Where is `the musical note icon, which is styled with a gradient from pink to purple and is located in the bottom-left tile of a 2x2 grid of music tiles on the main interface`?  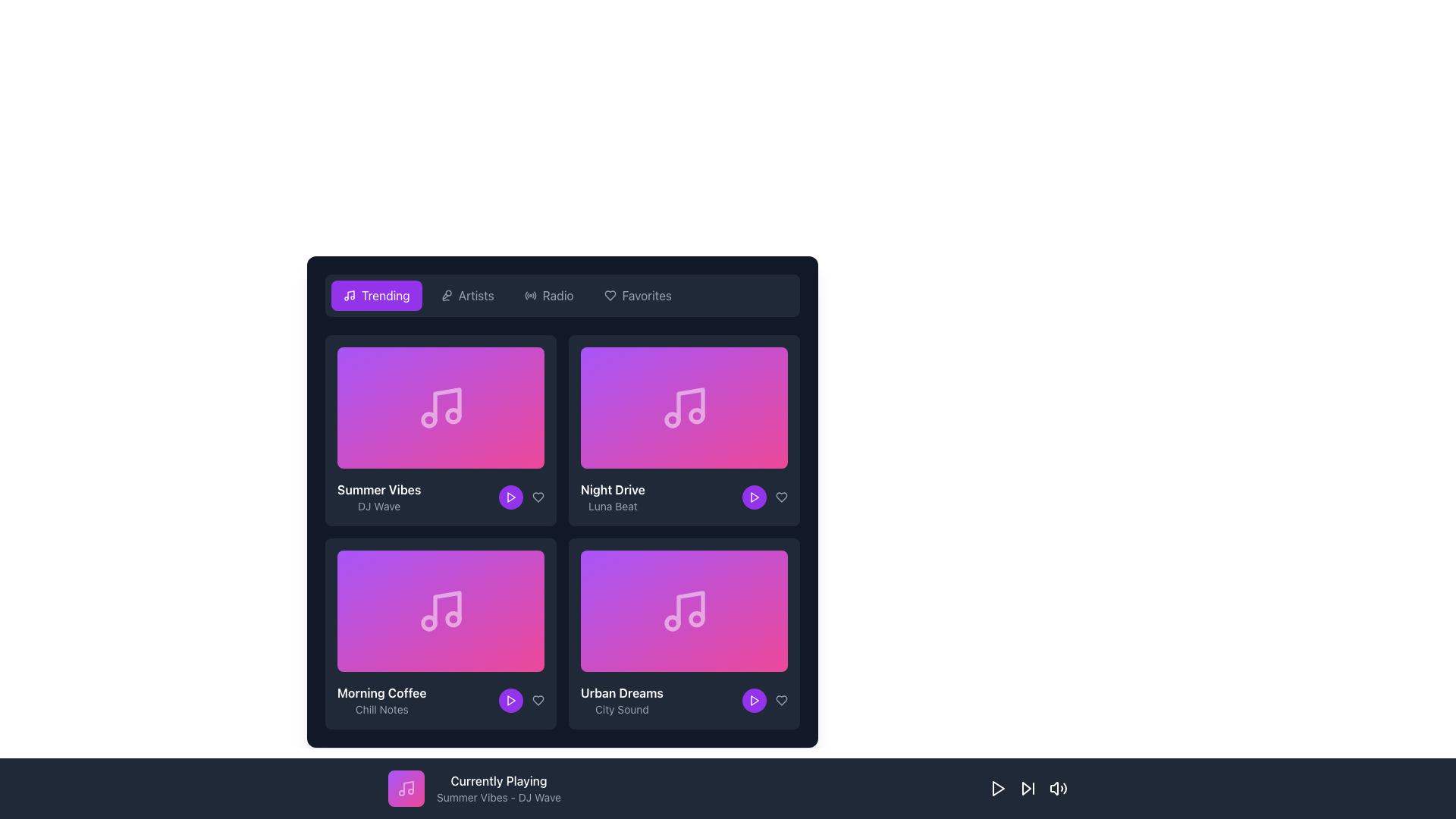
the musical note icon, which is styled with a gradient from pink to purple and is located in the bottom-left tile of a 2x2 grid of music tiles on the main interface is located at coordinates (440, 610).